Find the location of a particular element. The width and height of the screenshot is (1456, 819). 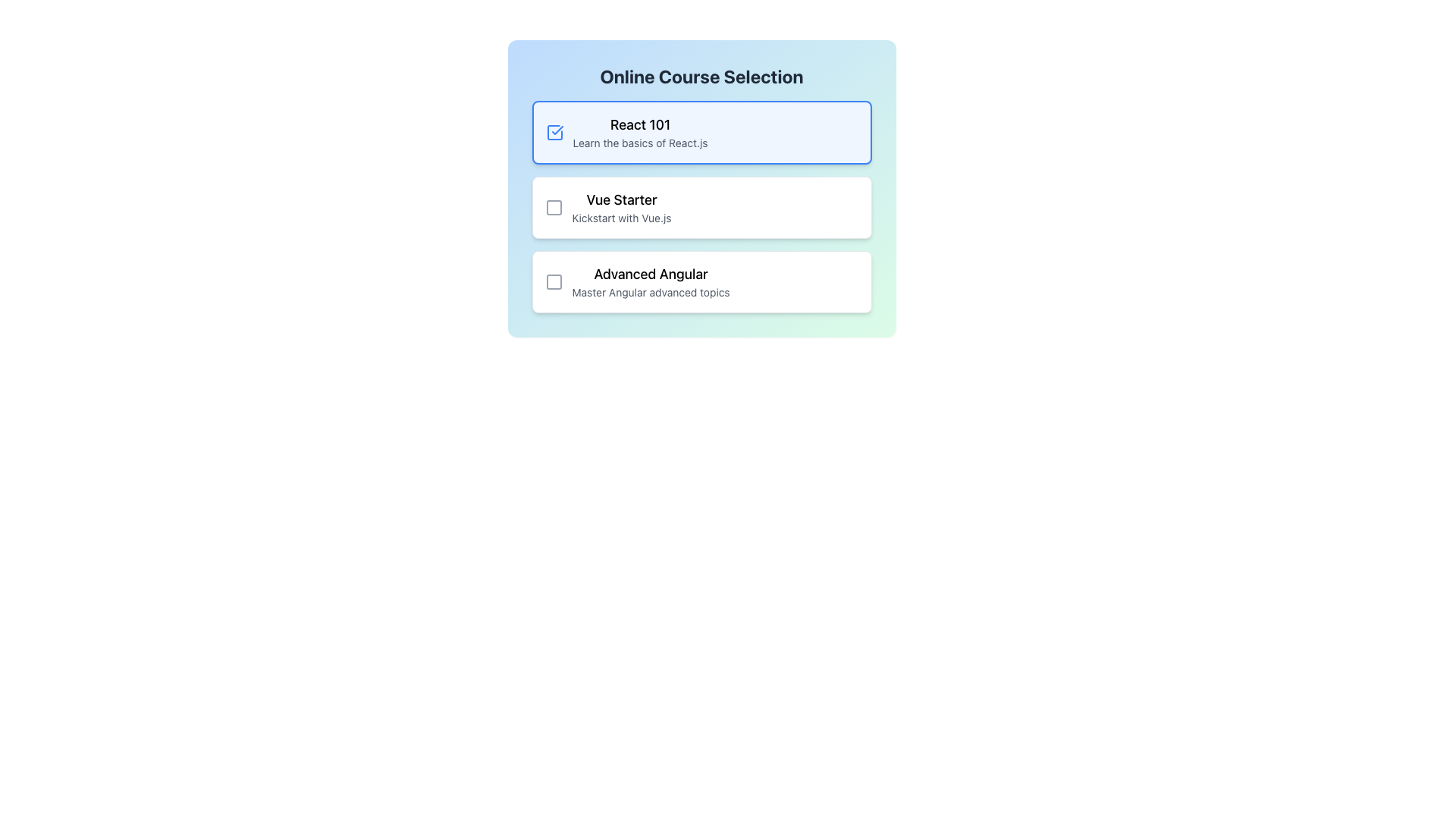

the checkbox indicator for the 'Advanced Angular' course is located at coordinates (553, 281).